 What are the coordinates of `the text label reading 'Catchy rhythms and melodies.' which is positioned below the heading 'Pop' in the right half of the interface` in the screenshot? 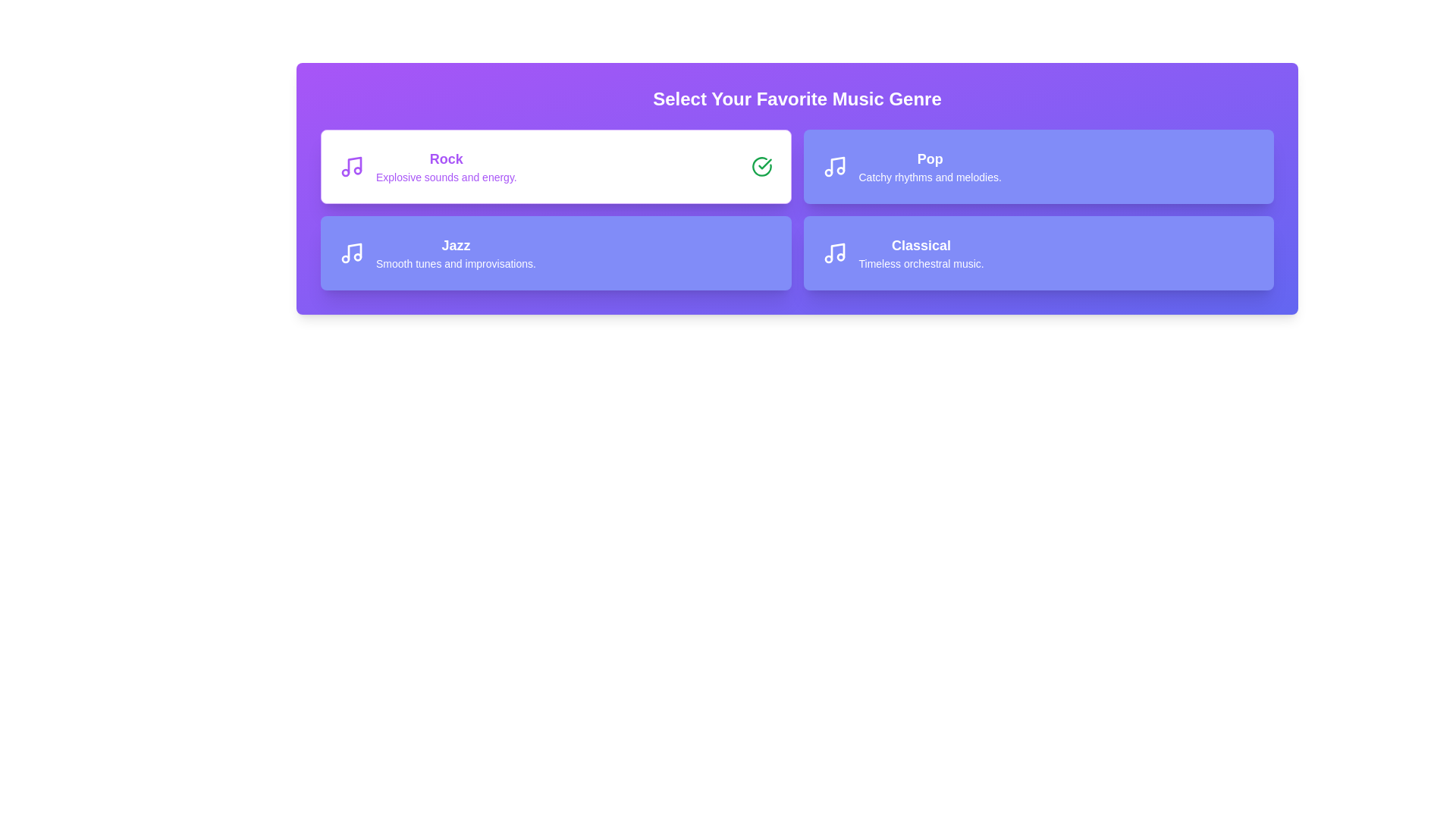 It's located at (929, 177).